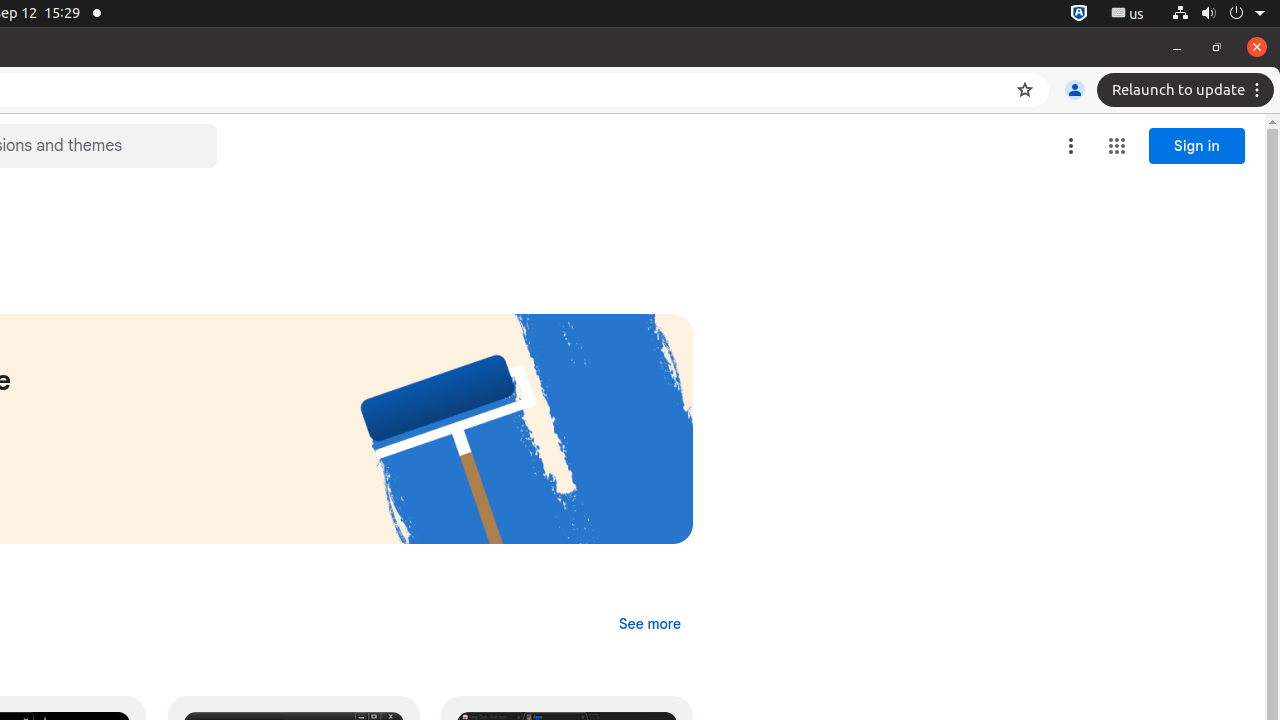  I want to click on ':1.72/StatusNotifierItem', so click(1078, 13).